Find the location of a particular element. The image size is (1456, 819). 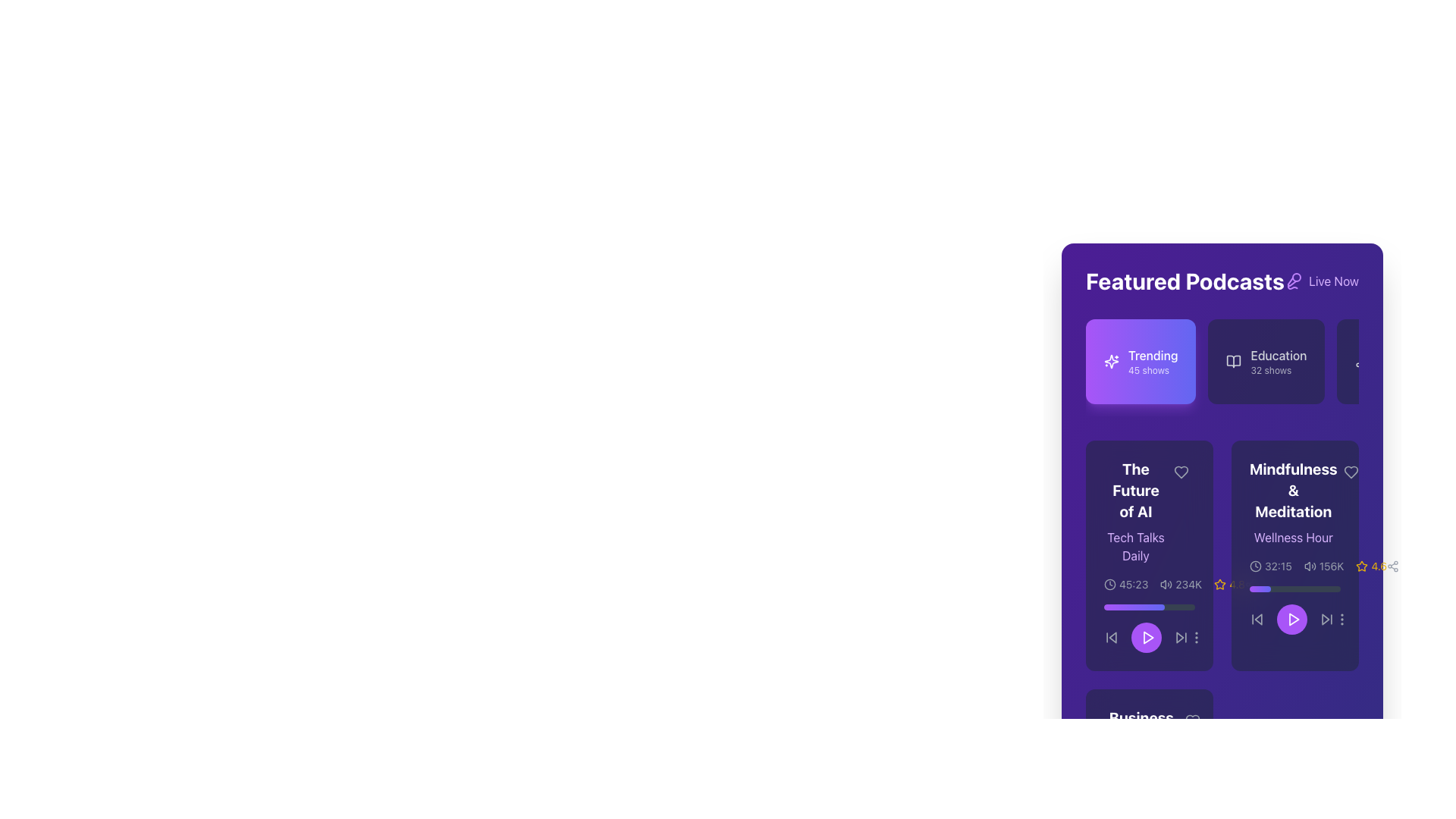

the live broadcasting icon located at the top right corner, adjacent to the 'Live Now' label is located at coordinates (1293, 281).